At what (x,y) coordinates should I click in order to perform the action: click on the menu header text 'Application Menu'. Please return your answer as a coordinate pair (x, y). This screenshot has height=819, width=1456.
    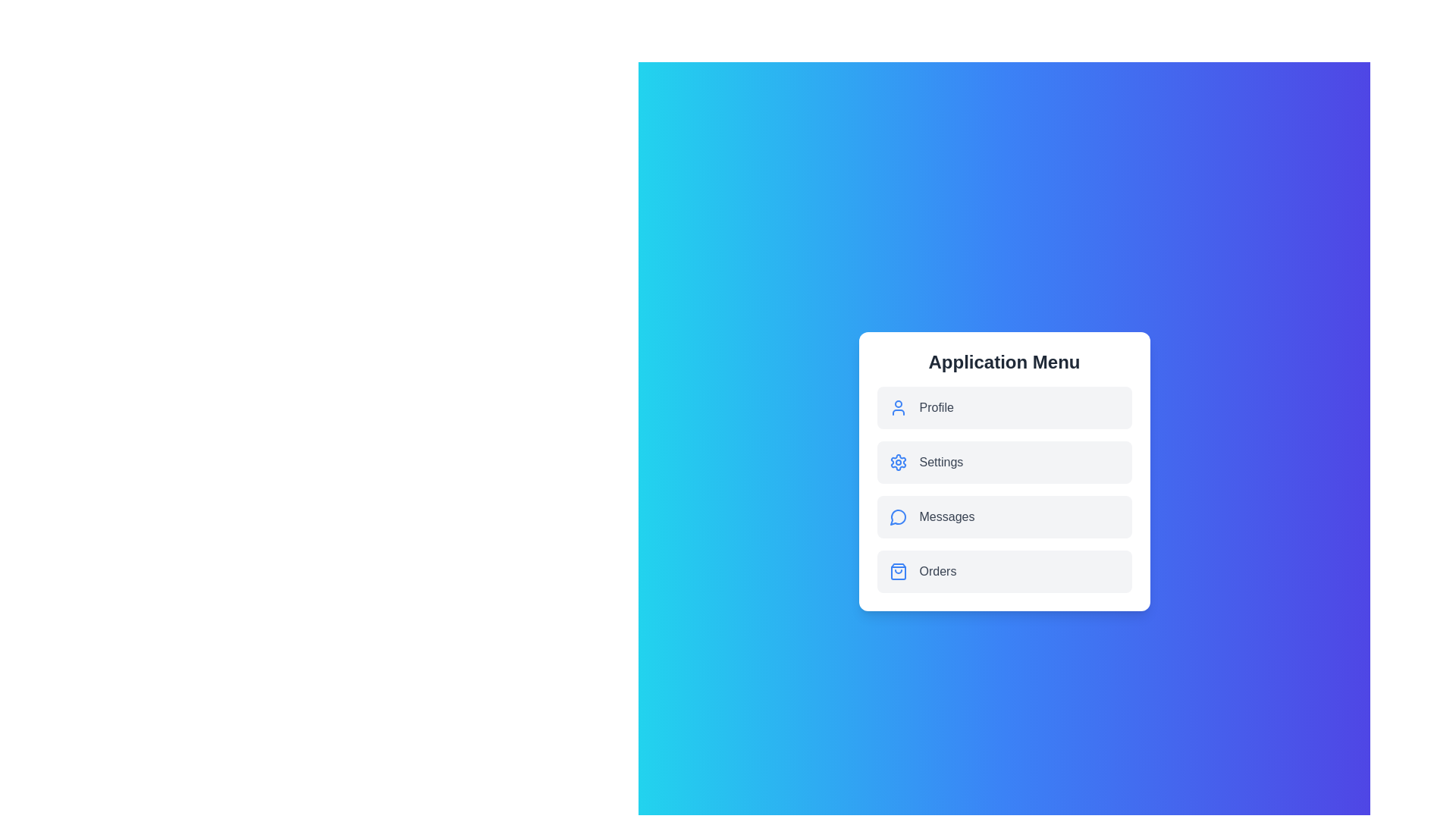
    Looking at the image, I should click on (1004, 362).